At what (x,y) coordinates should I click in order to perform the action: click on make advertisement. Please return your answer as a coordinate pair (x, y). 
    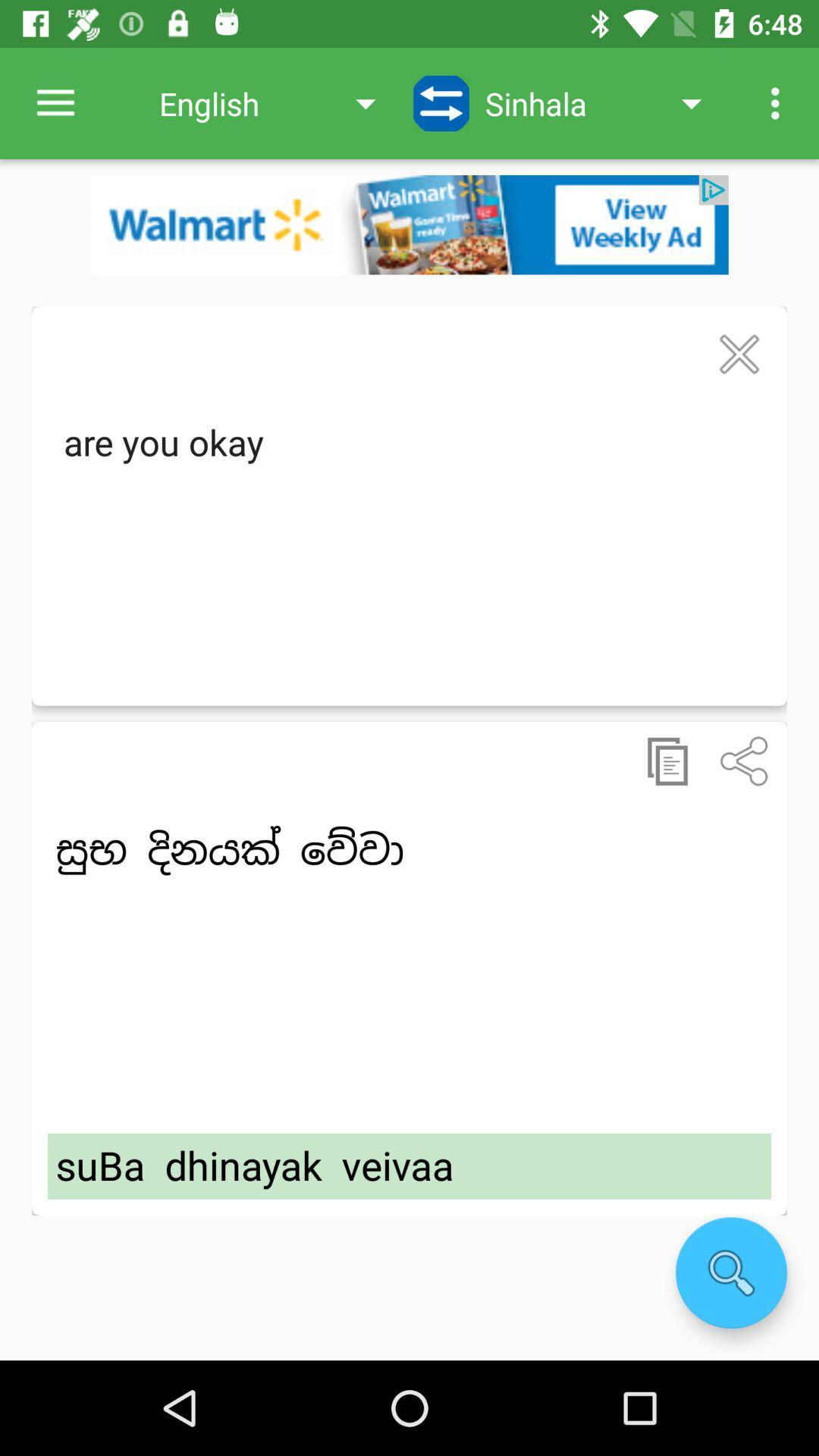
    Looking at the image, I should click on (409, 224).